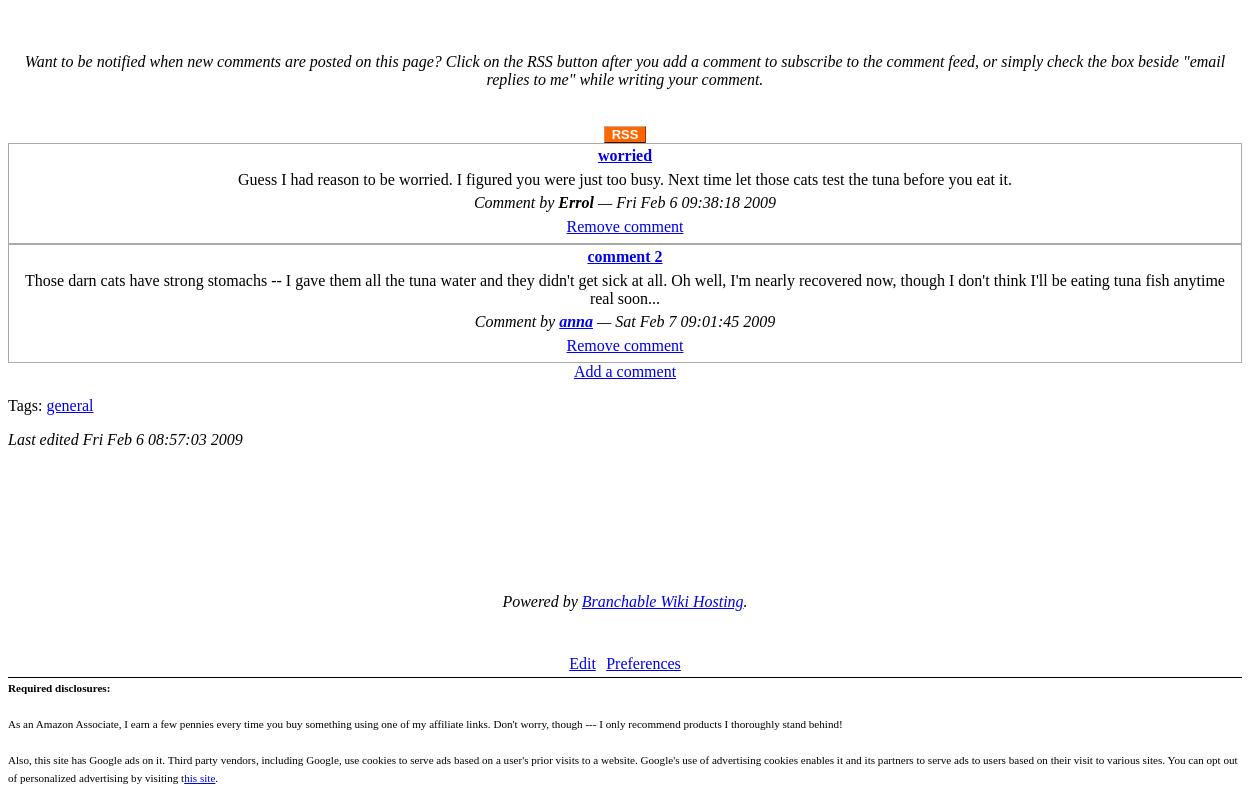 Image resolution: width=1250 pixels, height=794 pixels. Describe the element at coordinates (695, 201) in the screenshot. I see `'Fri Feb  6 09:38:18 2009'` at that location.